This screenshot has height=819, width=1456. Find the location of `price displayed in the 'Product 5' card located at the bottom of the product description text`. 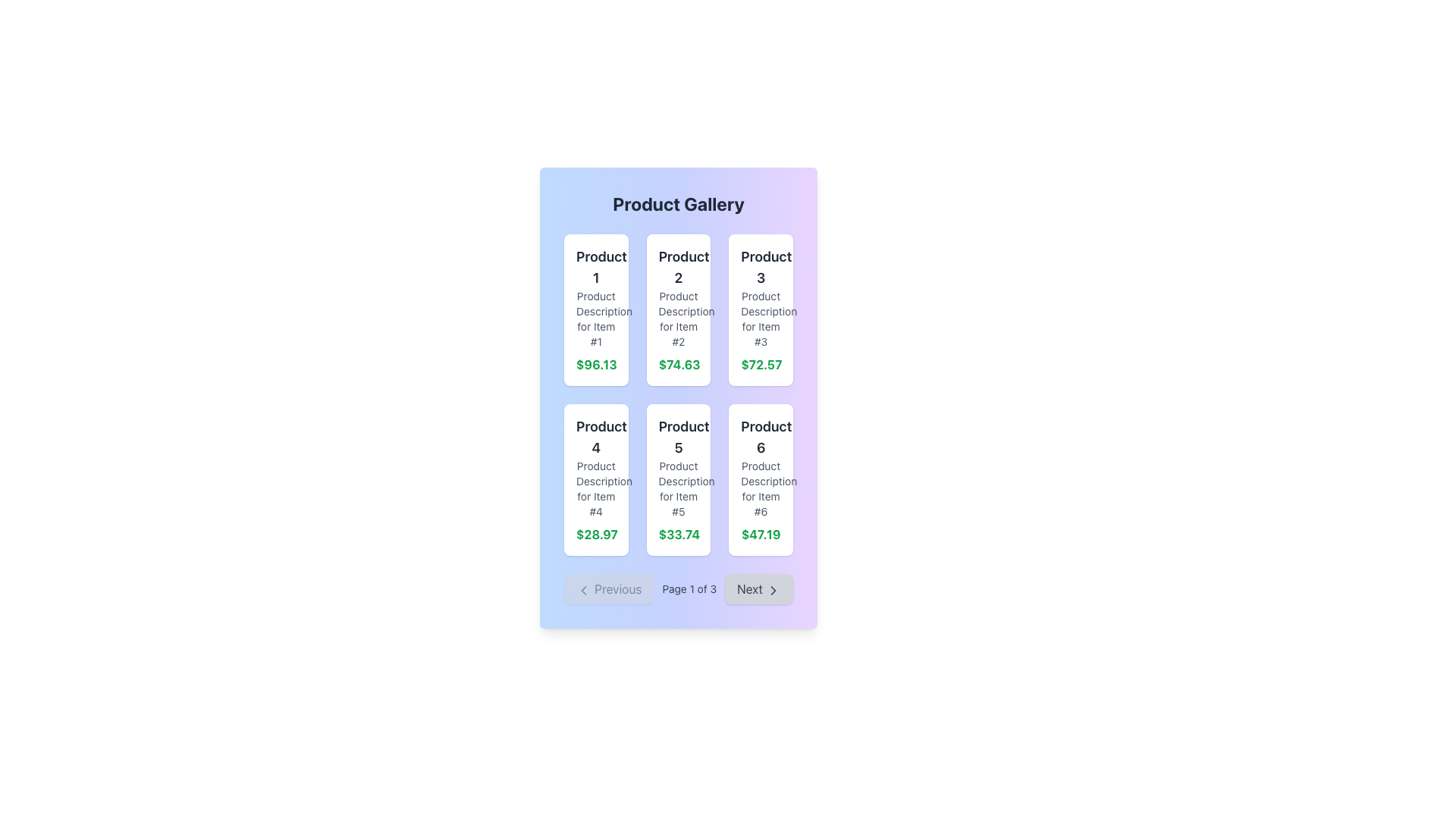

price displayed in the 'Product 5' card located at the bottom of the product description text is located at coordinates (677, 534).